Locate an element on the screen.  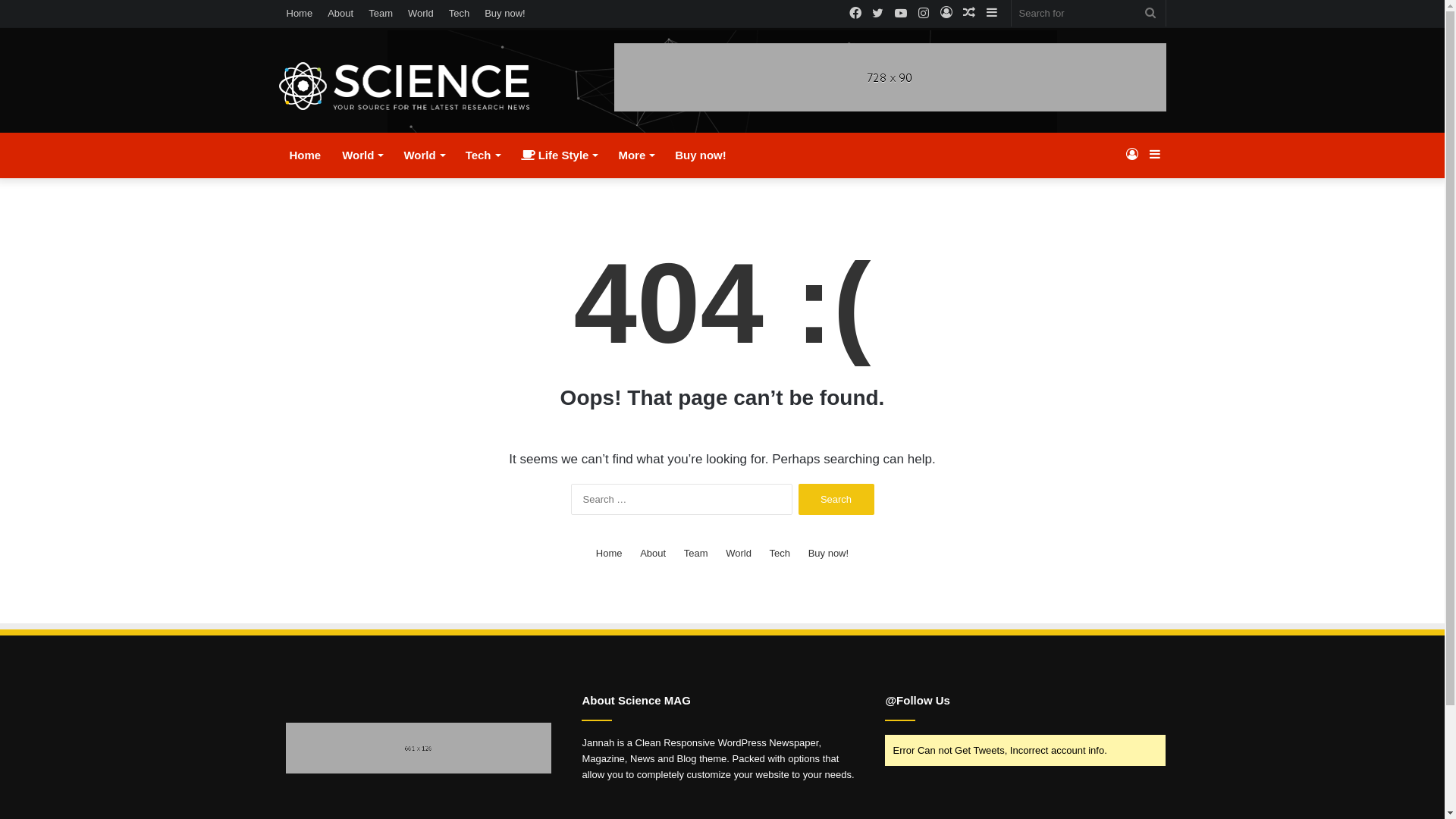
'More' is located at coordinates (607, 155).